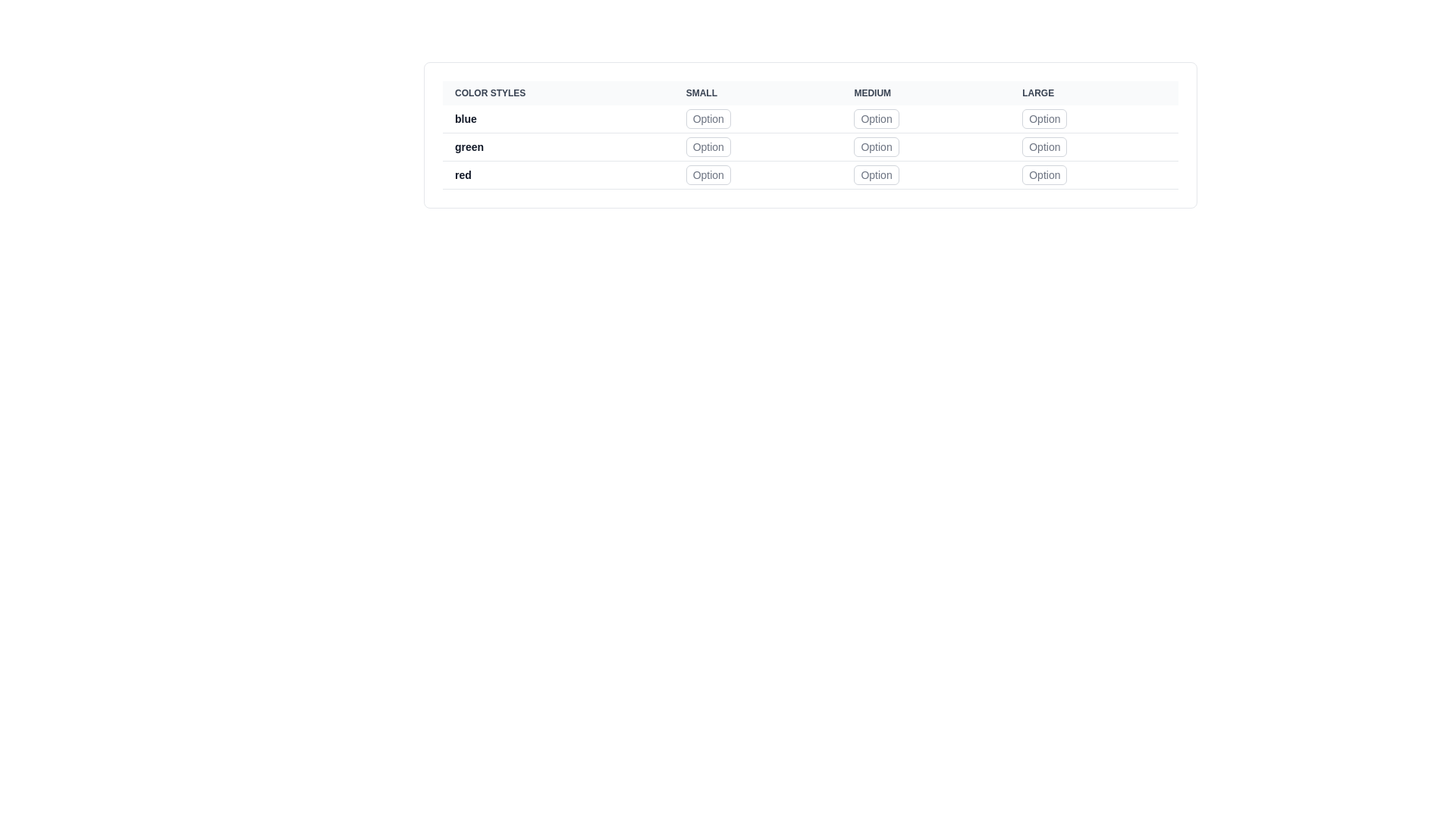 This screenshot has width=1456, height=819. Describe the element at coordinates (557, 146) in the screenshot. I see `the text label indicating the color option 'green', which is located in the first cell of the second row under the 'COLOR STYLES' header, positioned between 'blue' and 'red'` at that location.